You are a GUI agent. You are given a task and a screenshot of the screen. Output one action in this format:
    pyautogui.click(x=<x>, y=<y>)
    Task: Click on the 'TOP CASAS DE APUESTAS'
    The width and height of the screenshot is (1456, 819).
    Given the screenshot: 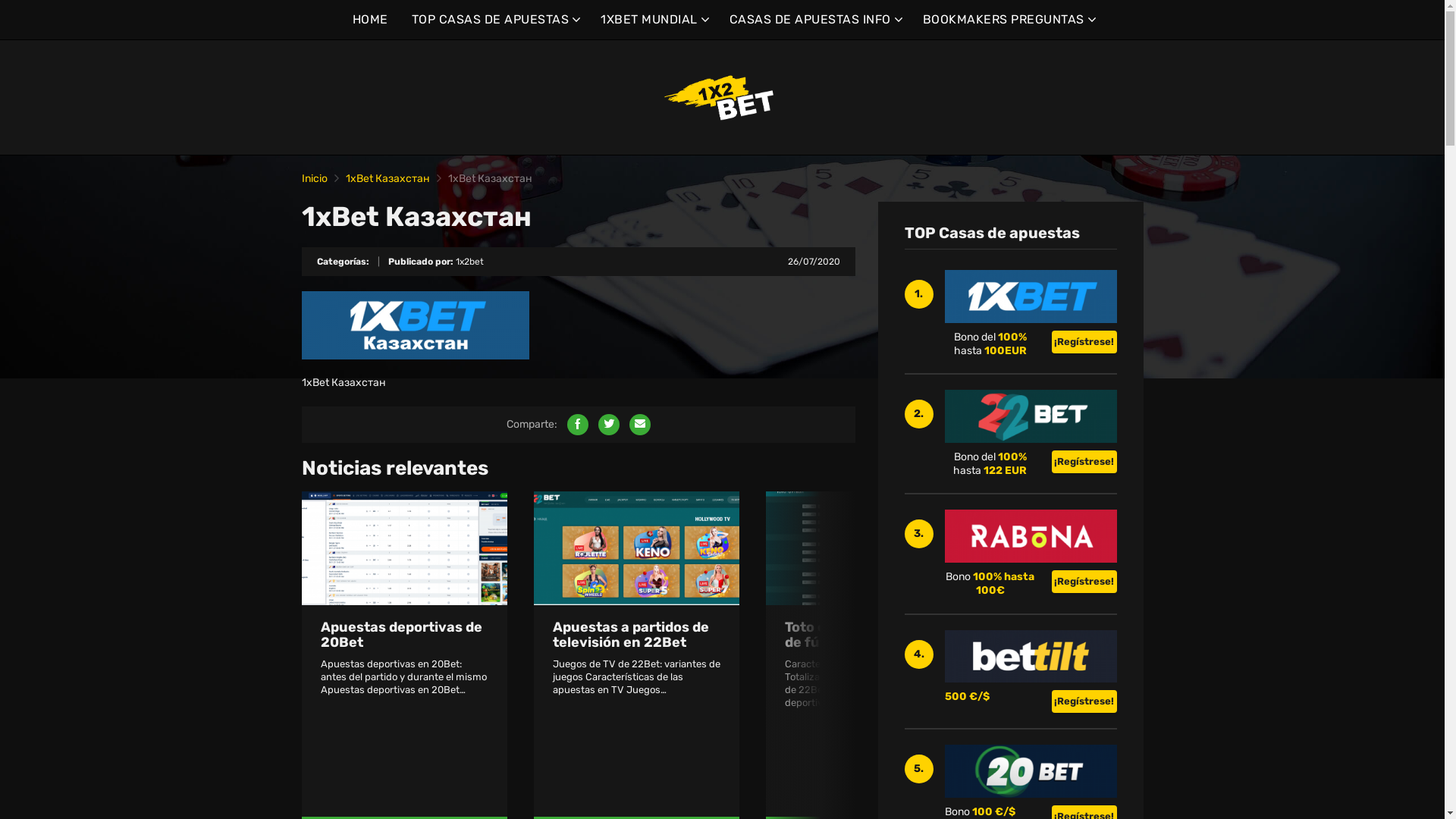 What is the action you would take?
    pyautogui.click(x=411, y=20)
    